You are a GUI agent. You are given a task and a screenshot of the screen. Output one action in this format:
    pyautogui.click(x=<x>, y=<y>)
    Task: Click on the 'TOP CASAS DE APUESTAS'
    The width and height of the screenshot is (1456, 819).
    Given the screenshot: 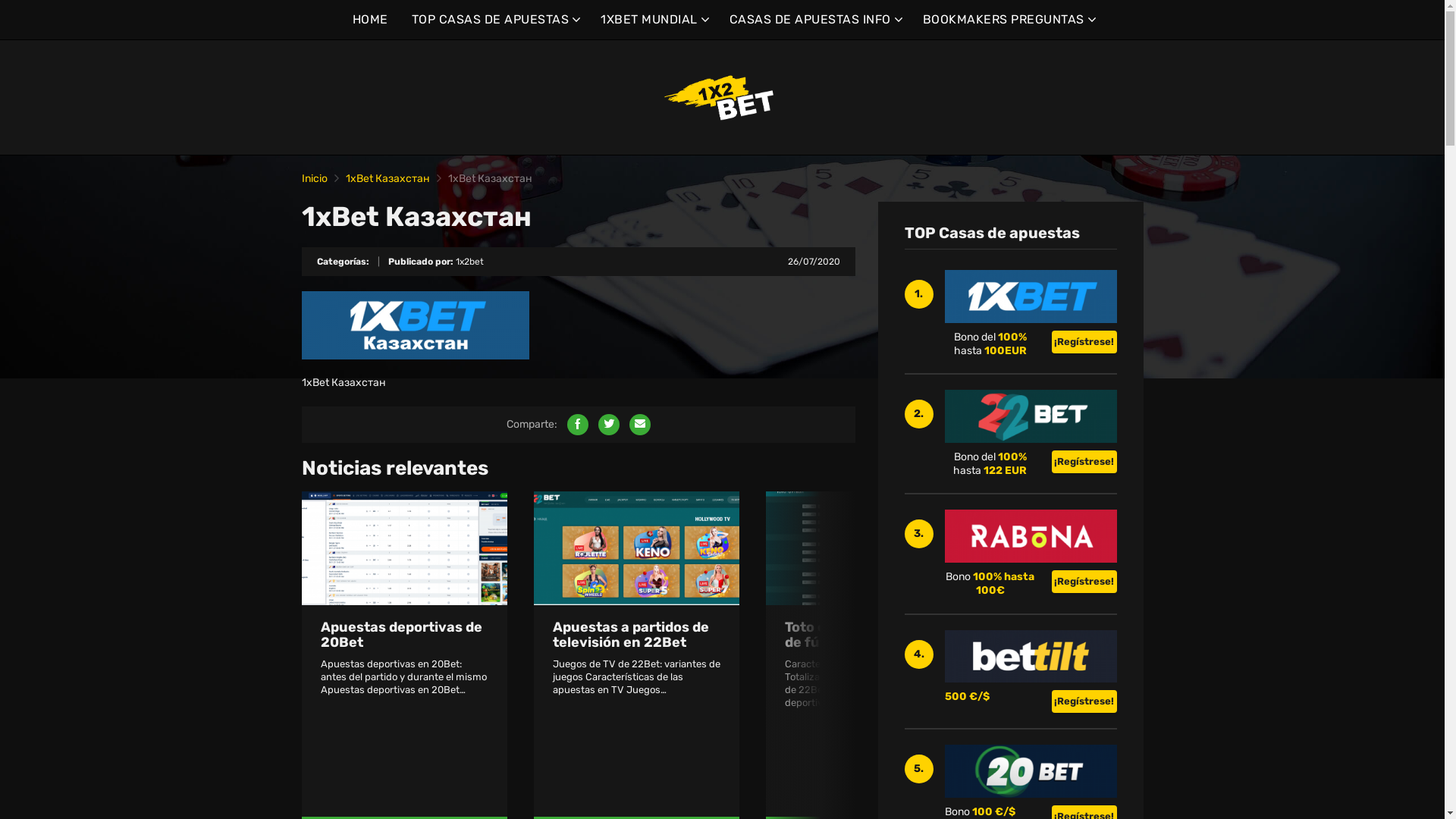 What is the action you would take?
    pyautogui.click(x=411, y=20)
    